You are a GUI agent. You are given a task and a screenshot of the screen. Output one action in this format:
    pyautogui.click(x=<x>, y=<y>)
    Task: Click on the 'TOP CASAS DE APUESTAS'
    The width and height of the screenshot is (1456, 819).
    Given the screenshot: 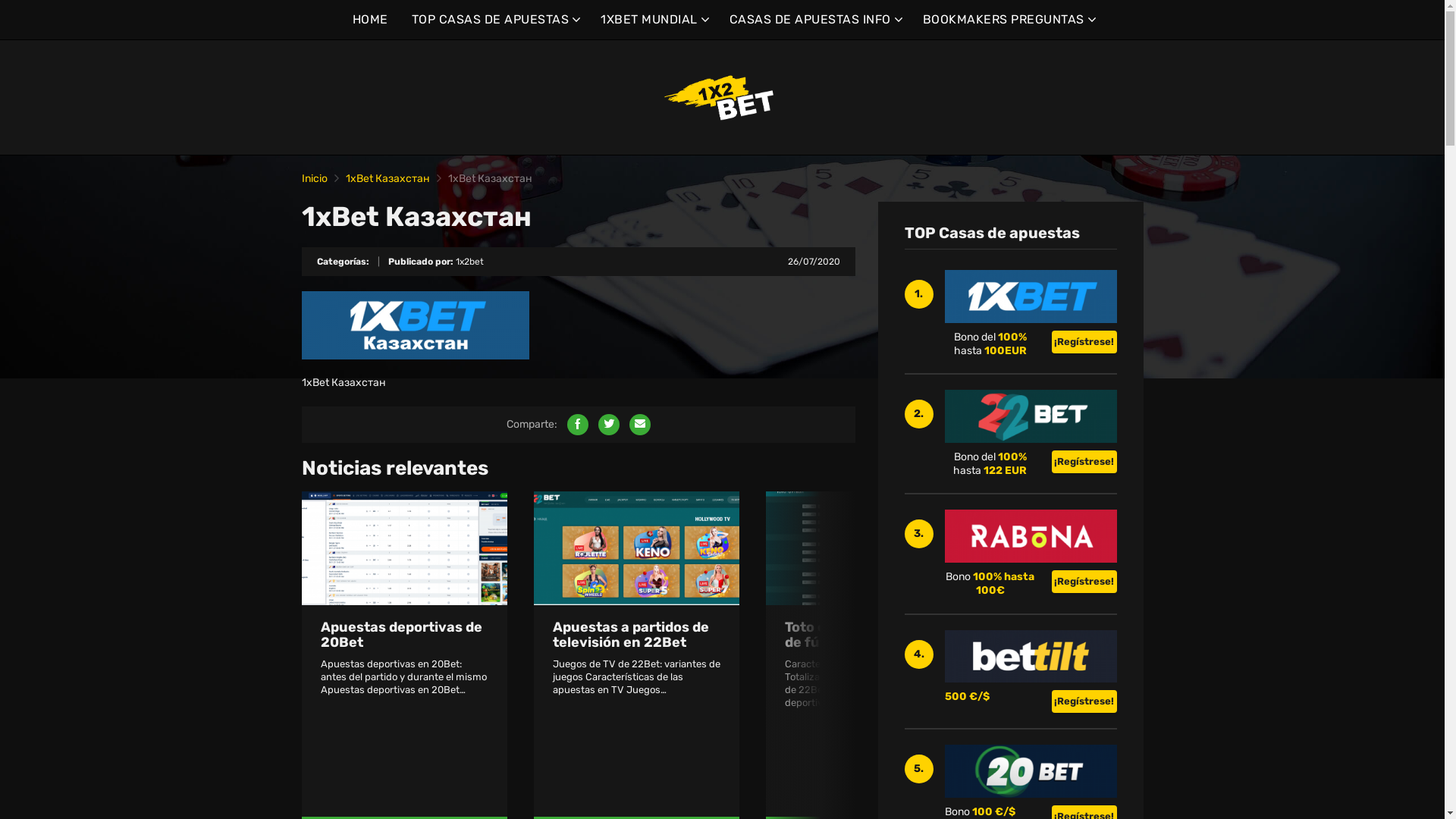 What is the action you would take?
    pyautogui.click(x=411, y=20)
    